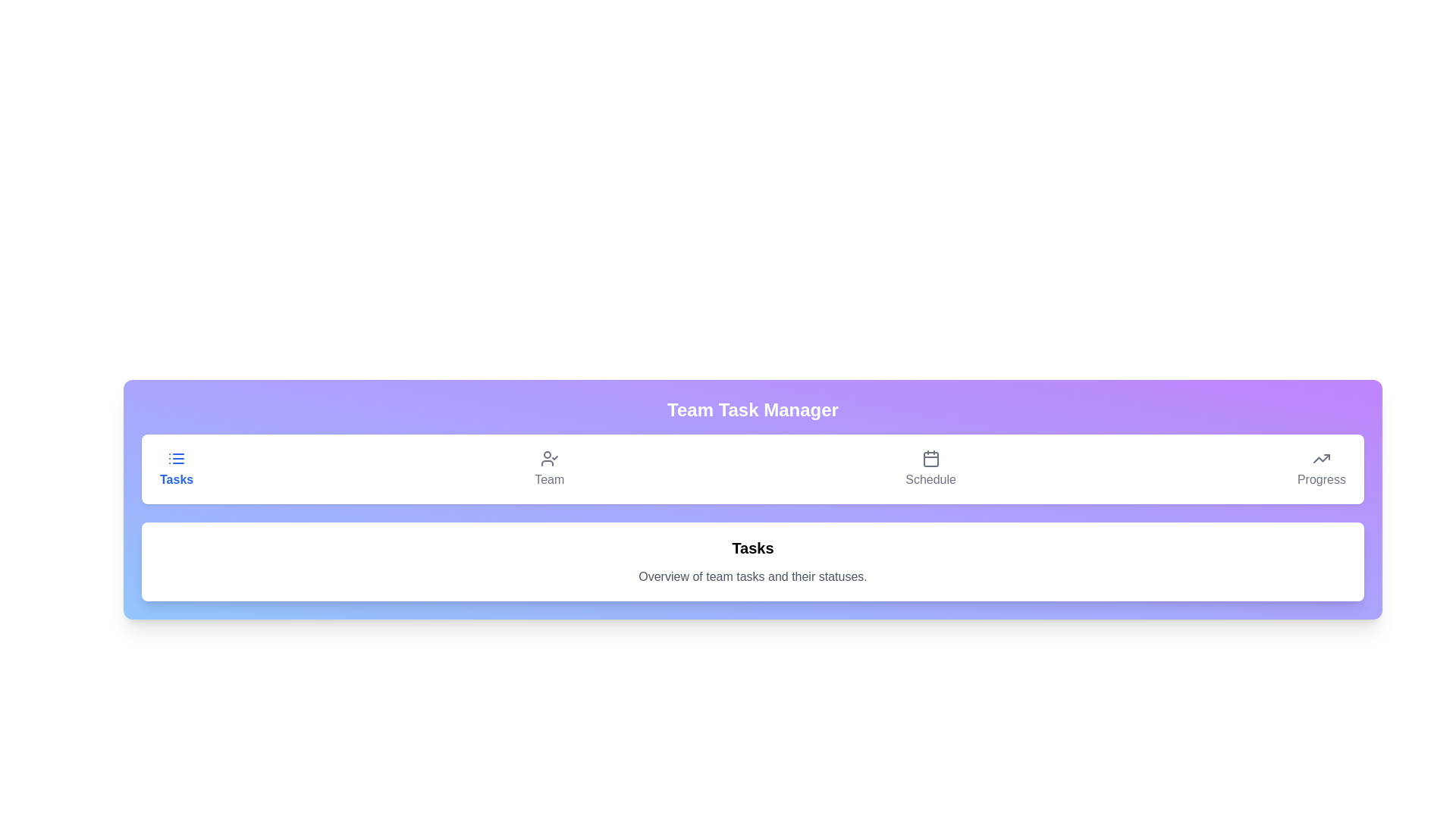 This screenshot has width=1456, height=819. Describe the element at coordinates (930, 468) in the screenshot. I see `the third interactive button in the top navigation bar, which is positioned between the 'Team' element on the left and the 'Progress' element on the right` at that location.